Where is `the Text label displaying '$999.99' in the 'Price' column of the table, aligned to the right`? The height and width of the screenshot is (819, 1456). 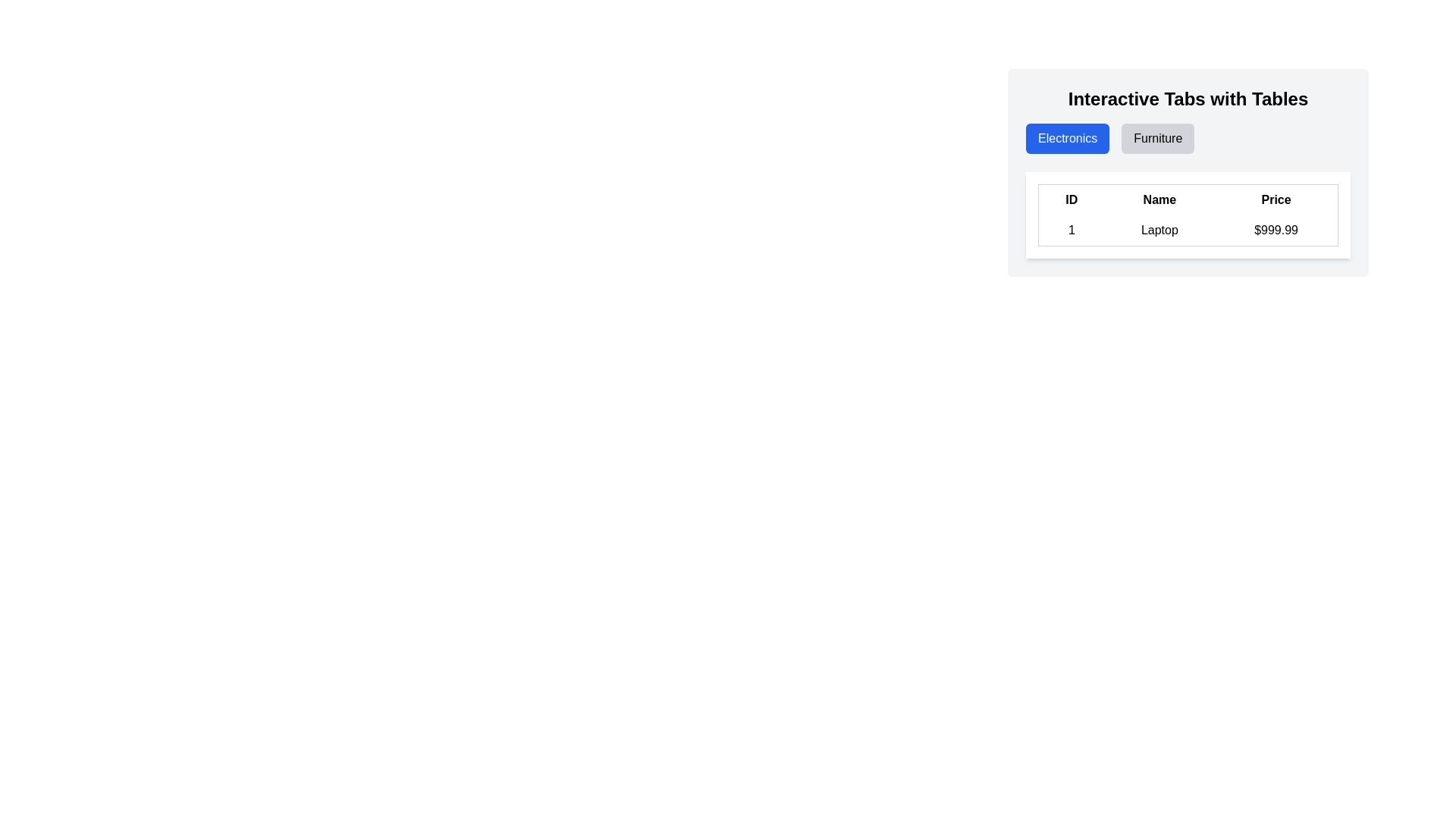
the Text label displaying '$999.99' in the 'Price' column of the table, aligned to the right is located at coordinates (1276, 231).